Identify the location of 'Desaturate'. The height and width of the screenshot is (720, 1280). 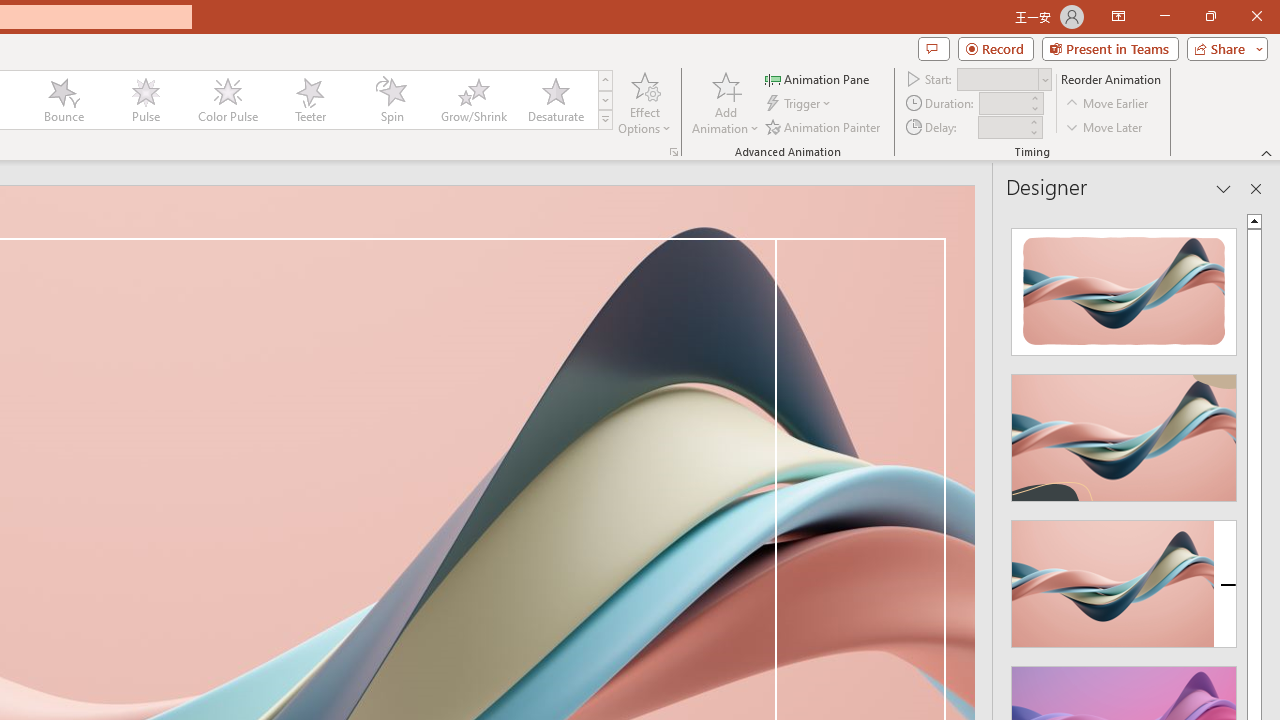
(555, 100).